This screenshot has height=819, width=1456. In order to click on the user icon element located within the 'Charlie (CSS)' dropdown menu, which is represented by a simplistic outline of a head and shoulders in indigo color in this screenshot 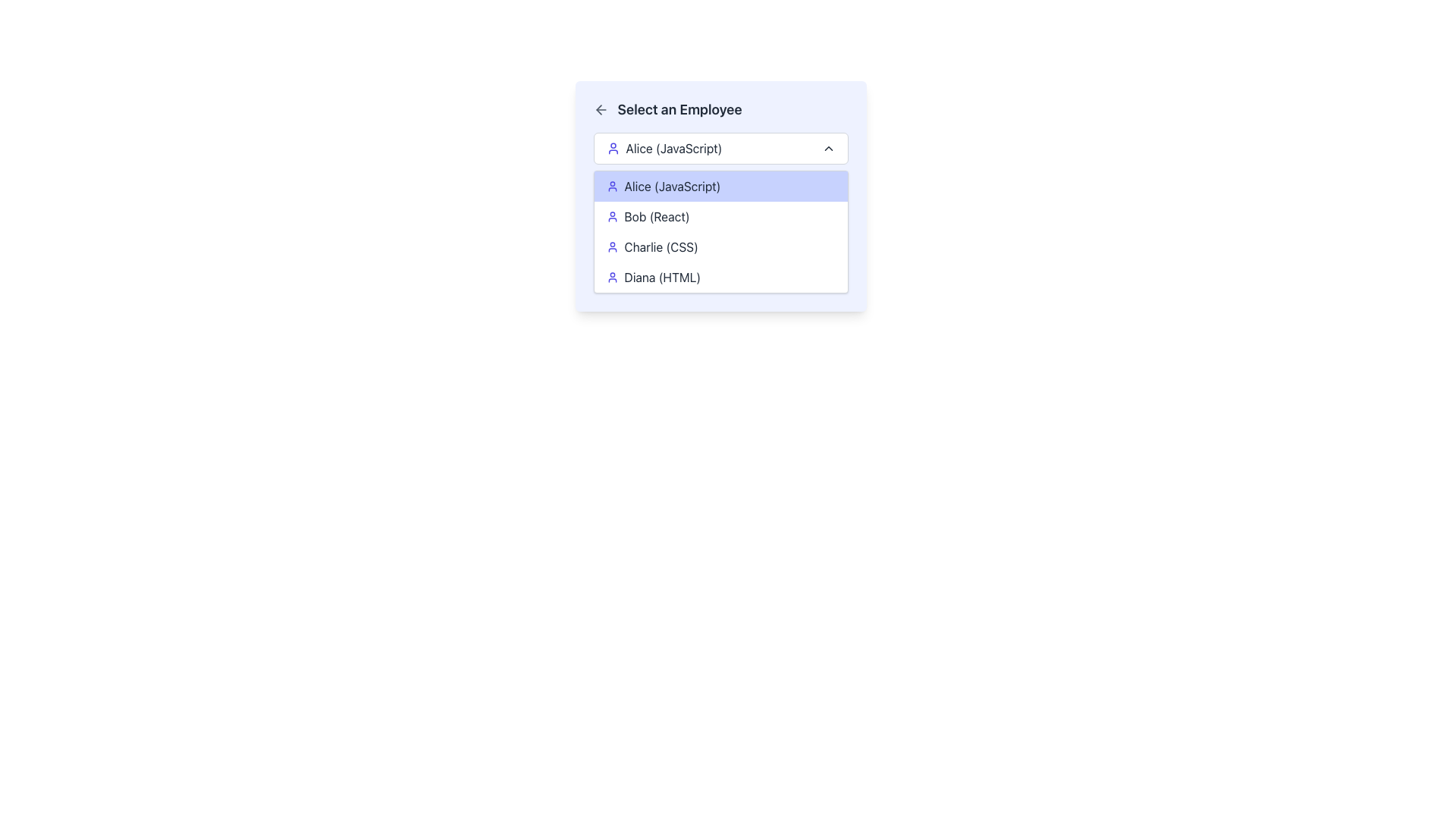, I will do `click(612, 246)`.